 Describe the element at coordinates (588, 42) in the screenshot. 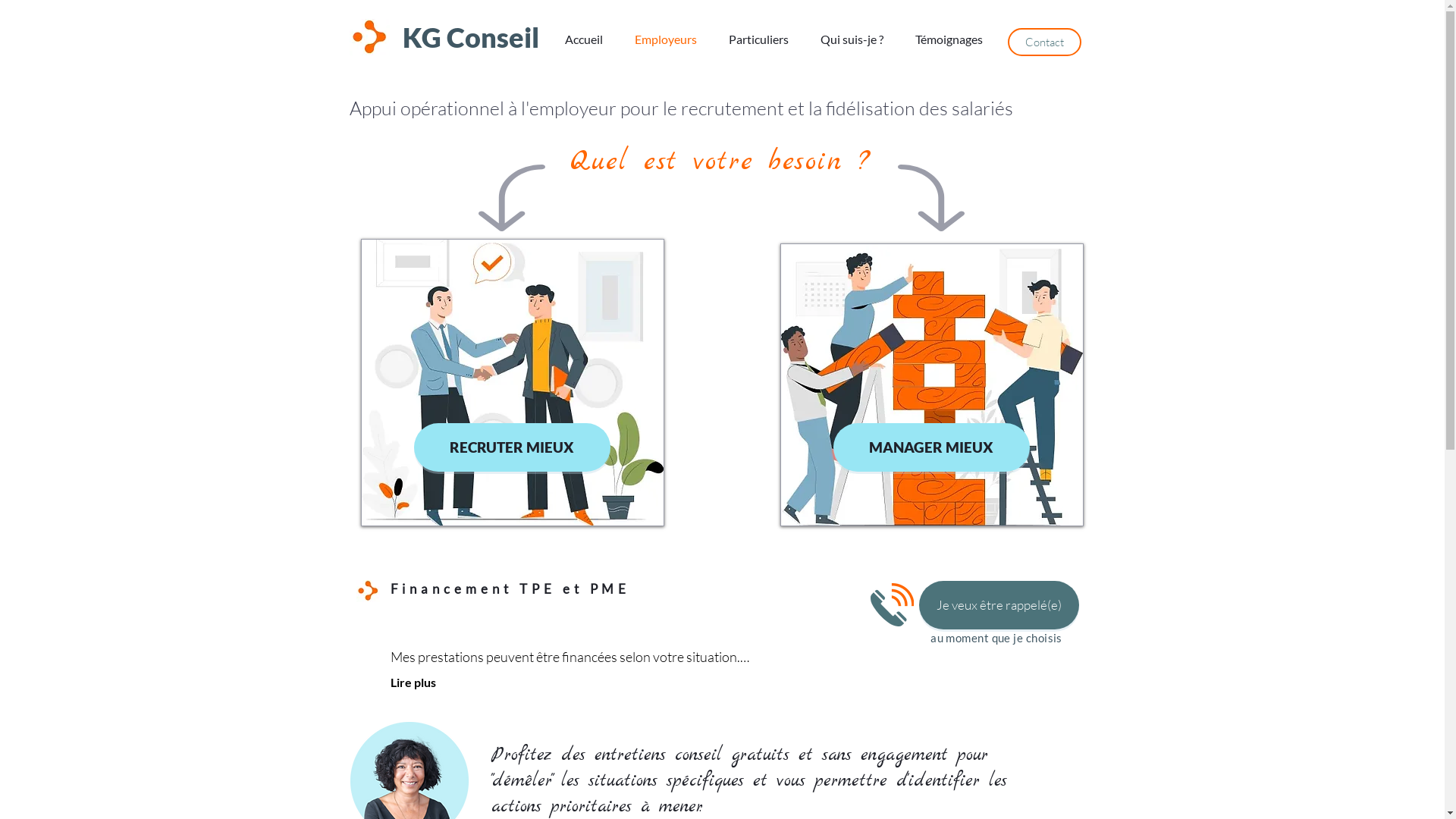

I see `'Accueil'` at that location.